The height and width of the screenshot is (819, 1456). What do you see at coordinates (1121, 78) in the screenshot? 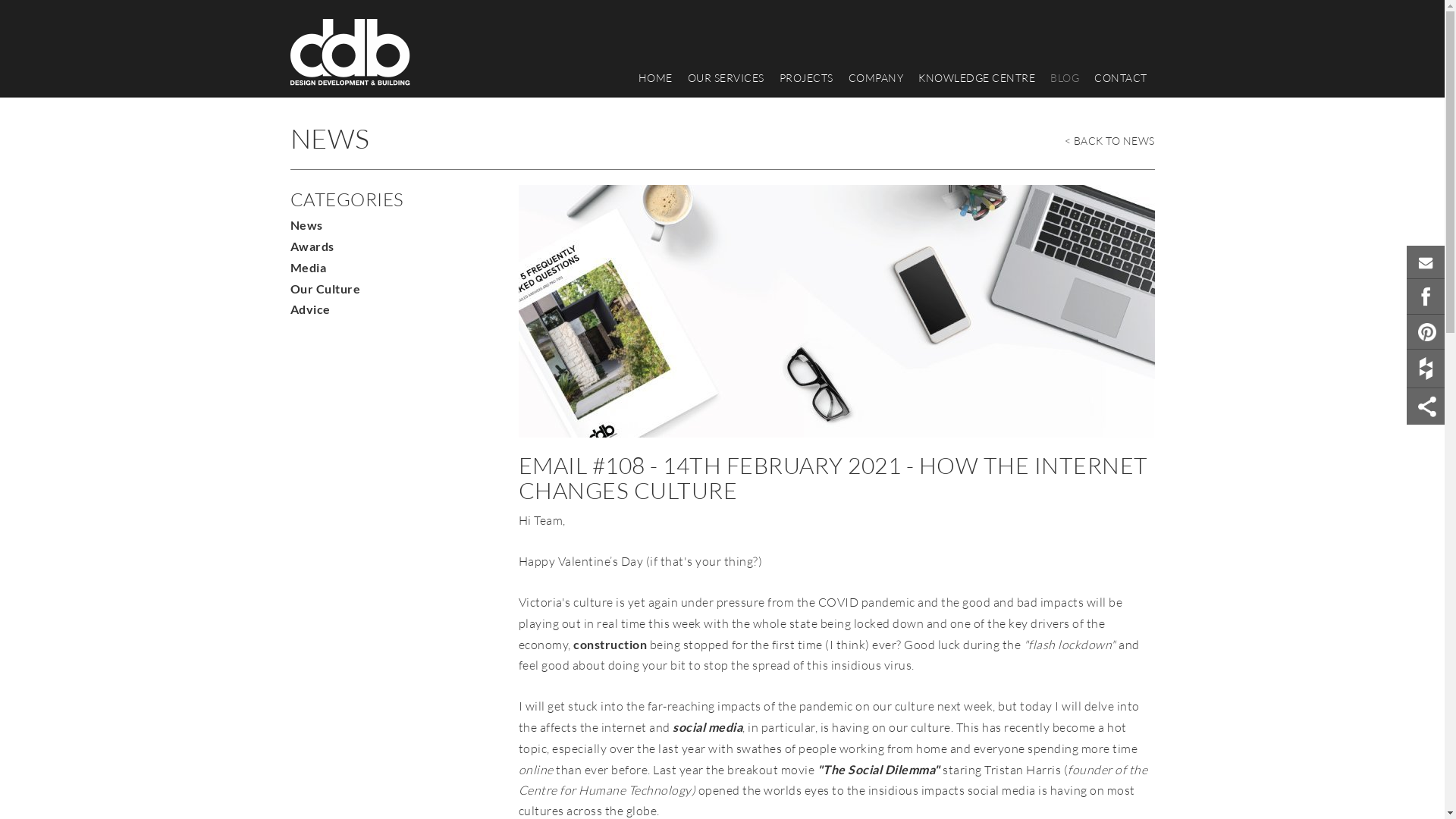
I see `'CONTACT'` at bounding box center [1121, 78].